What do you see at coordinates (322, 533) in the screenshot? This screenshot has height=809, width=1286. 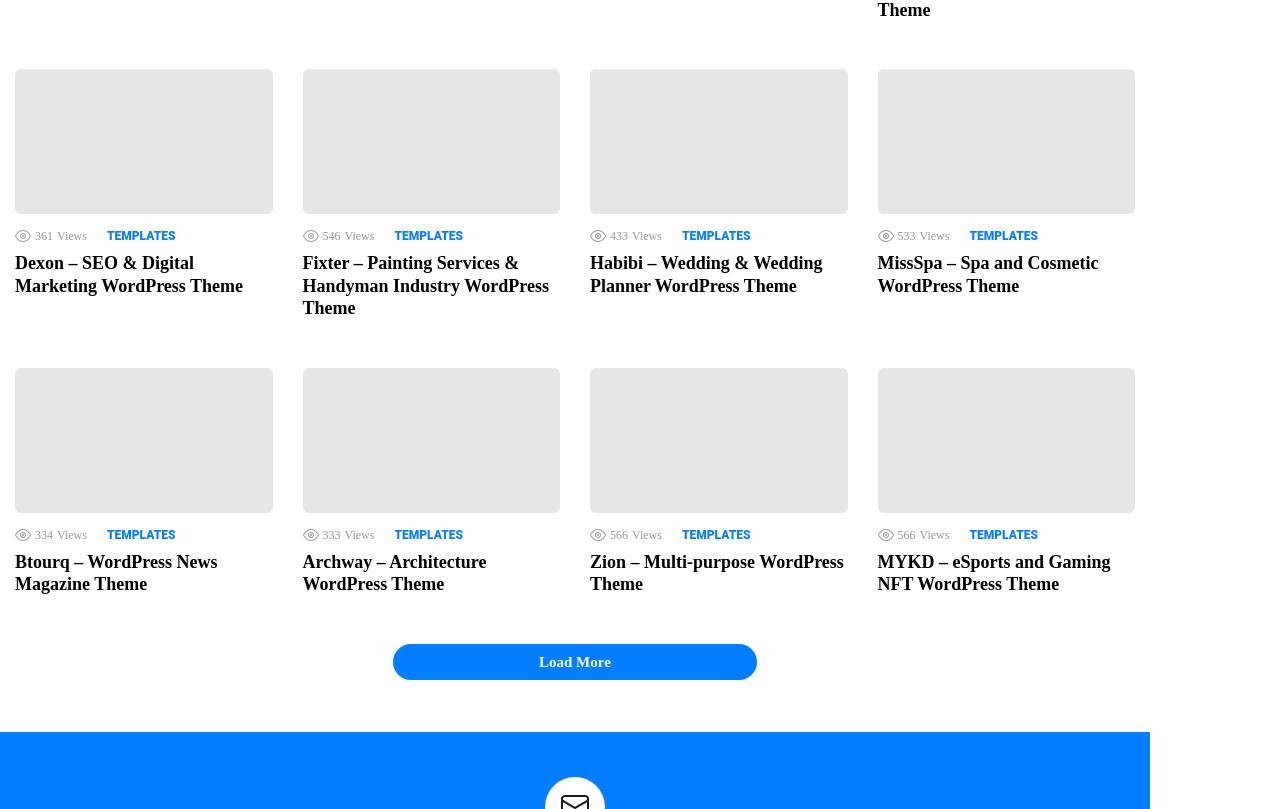 I see `'333'` at bounding box center [322, 533].